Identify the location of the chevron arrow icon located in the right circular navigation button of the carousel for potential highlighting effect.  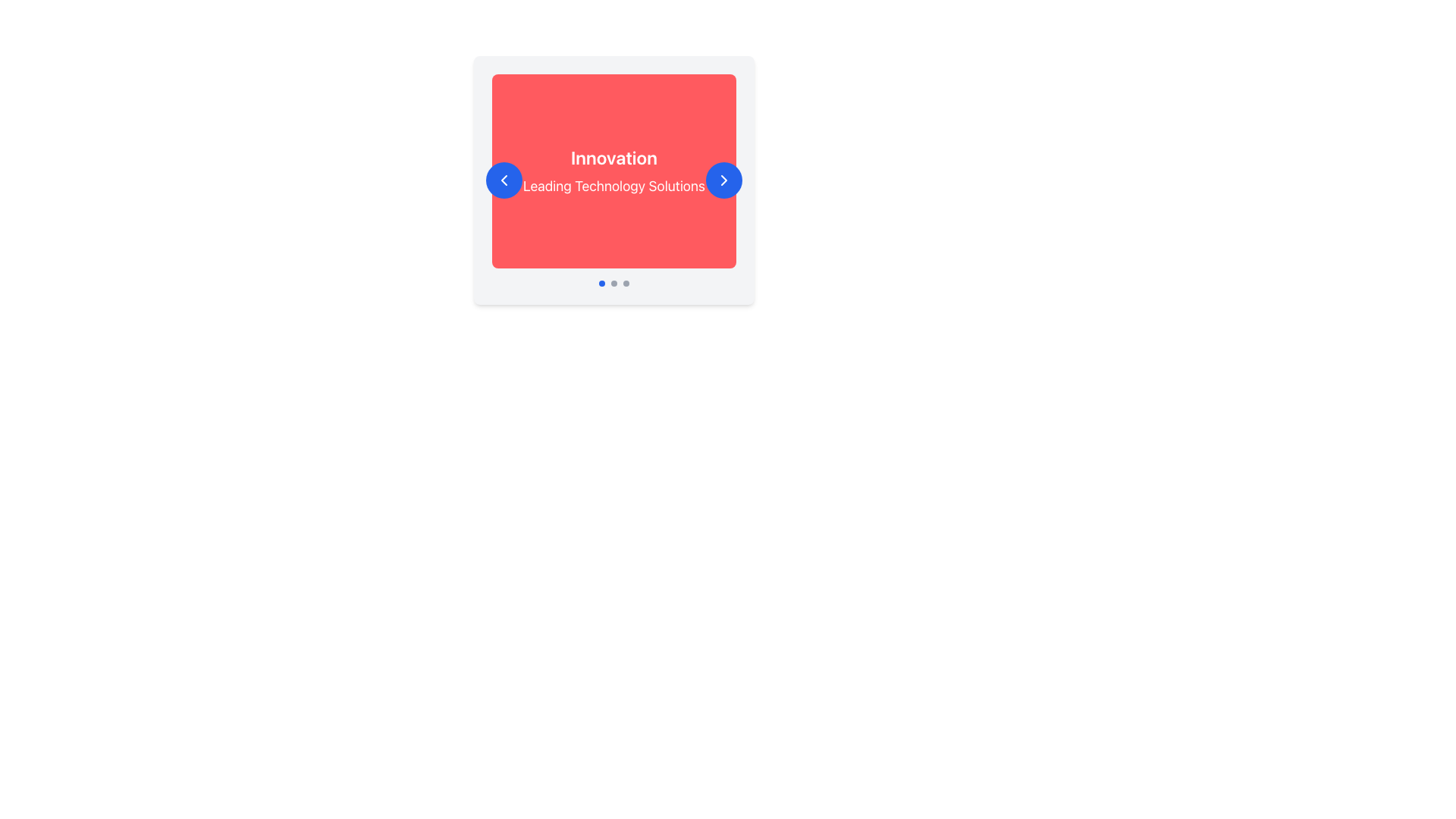
(723, 180).